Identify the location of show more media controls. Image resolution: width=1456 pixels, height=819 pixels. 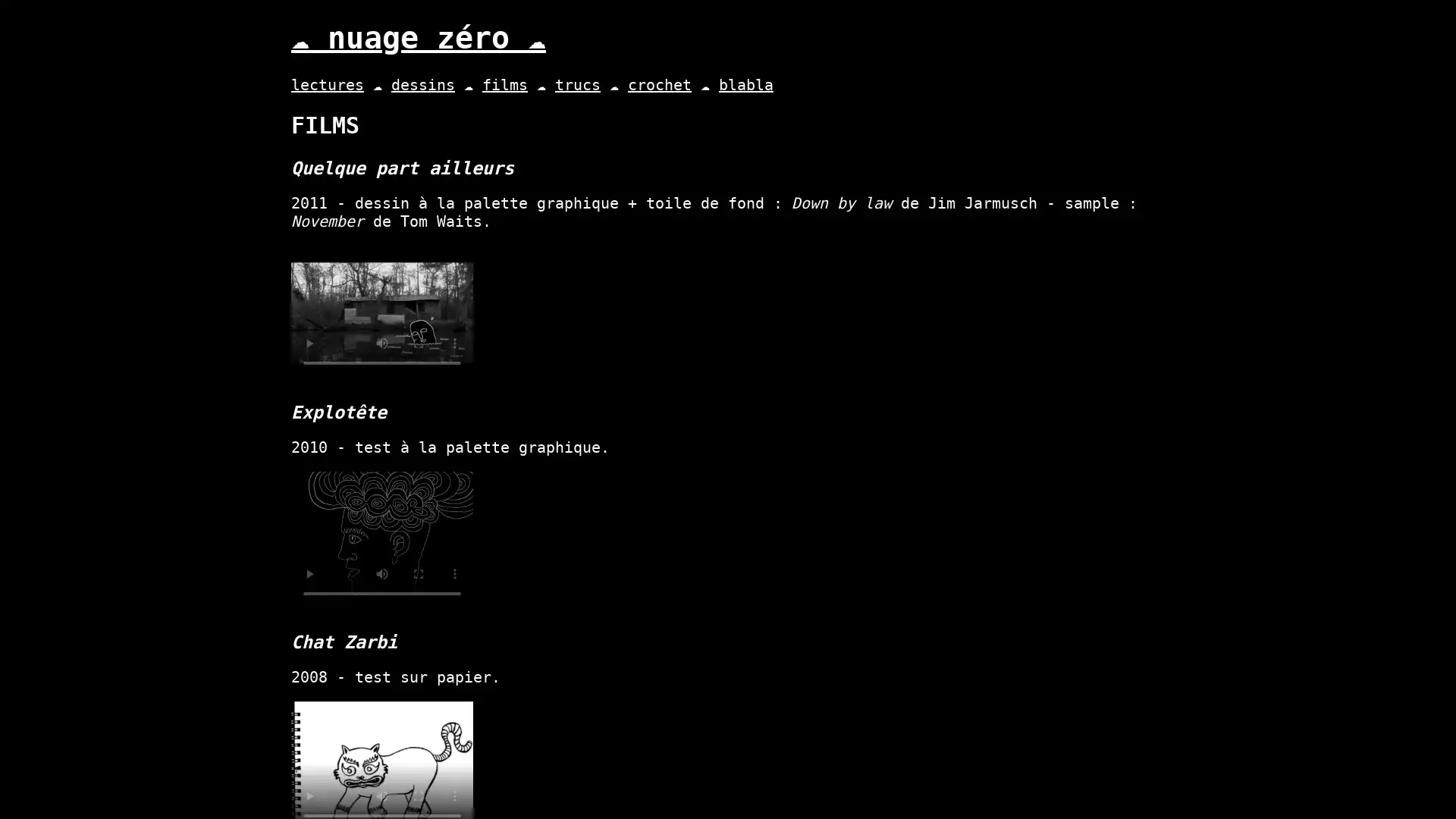
(454, 795).